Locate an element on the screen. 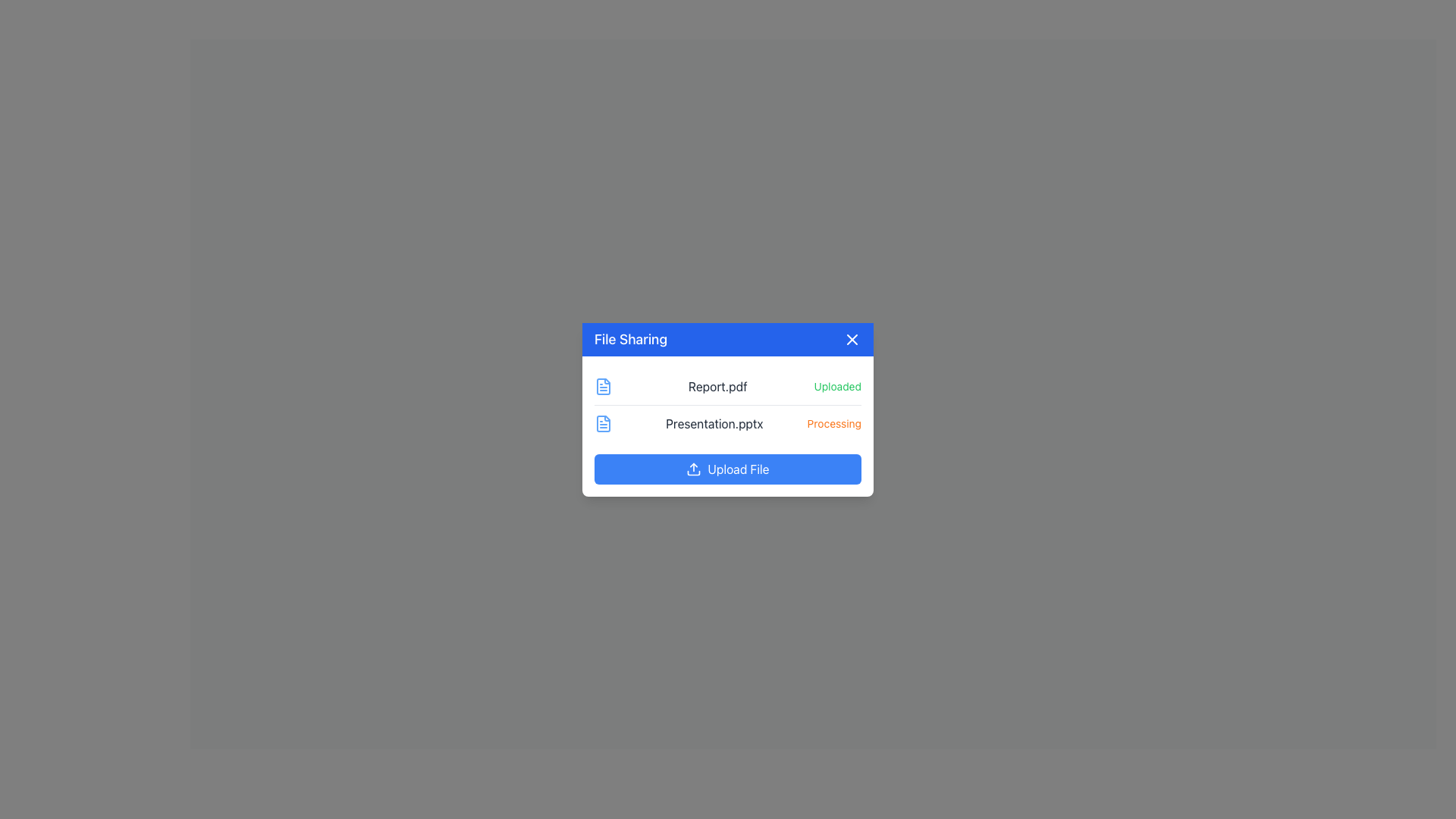  the text label displaying the filename 'Presentation.pptx' which is positioned before the 'Processing' label in the 'File Sharing' panel is located at coordinates (714, 423).